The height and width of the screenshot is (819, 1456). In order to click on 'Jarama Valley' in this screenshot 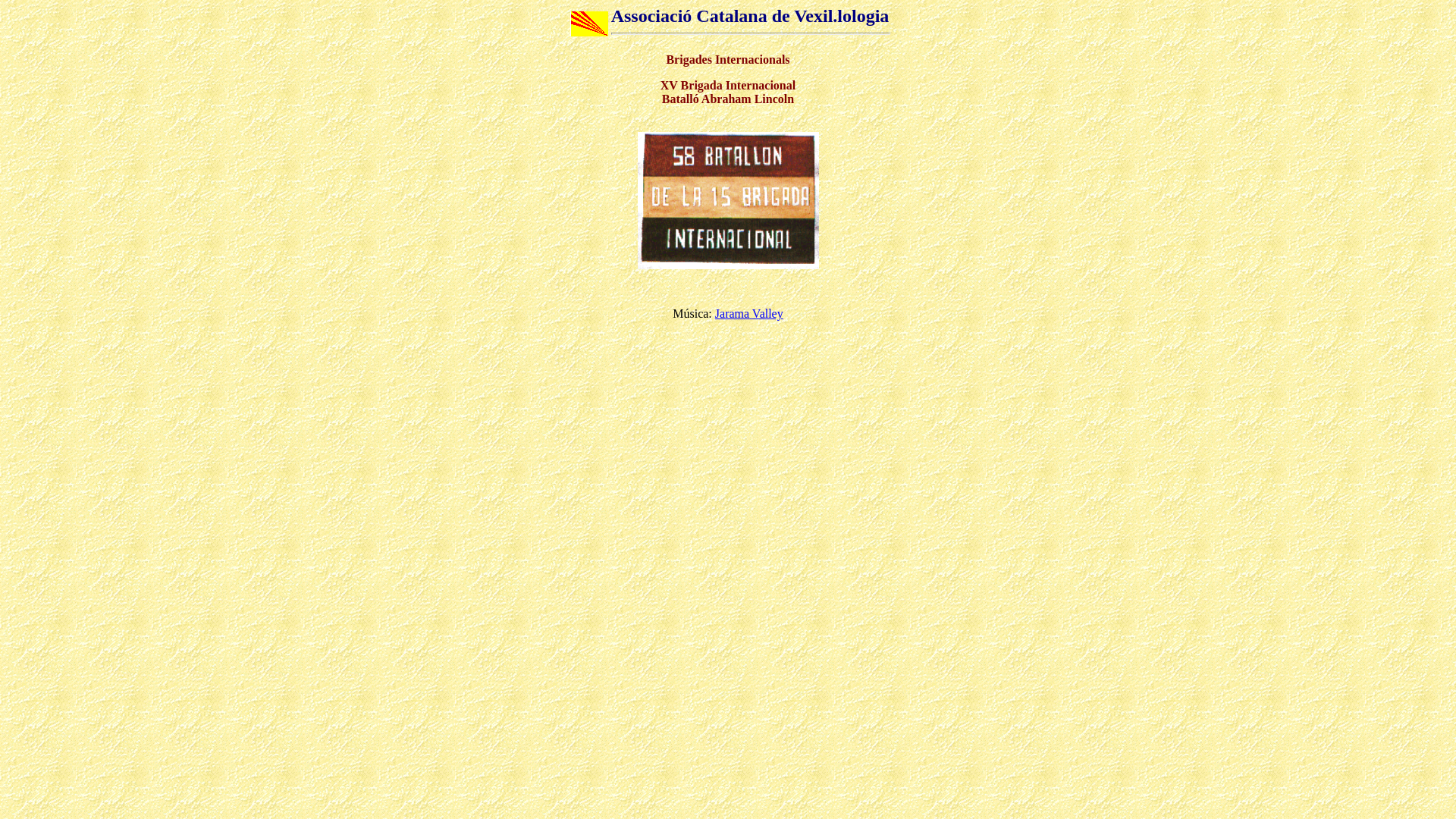, I will do `click(749, 312)`.